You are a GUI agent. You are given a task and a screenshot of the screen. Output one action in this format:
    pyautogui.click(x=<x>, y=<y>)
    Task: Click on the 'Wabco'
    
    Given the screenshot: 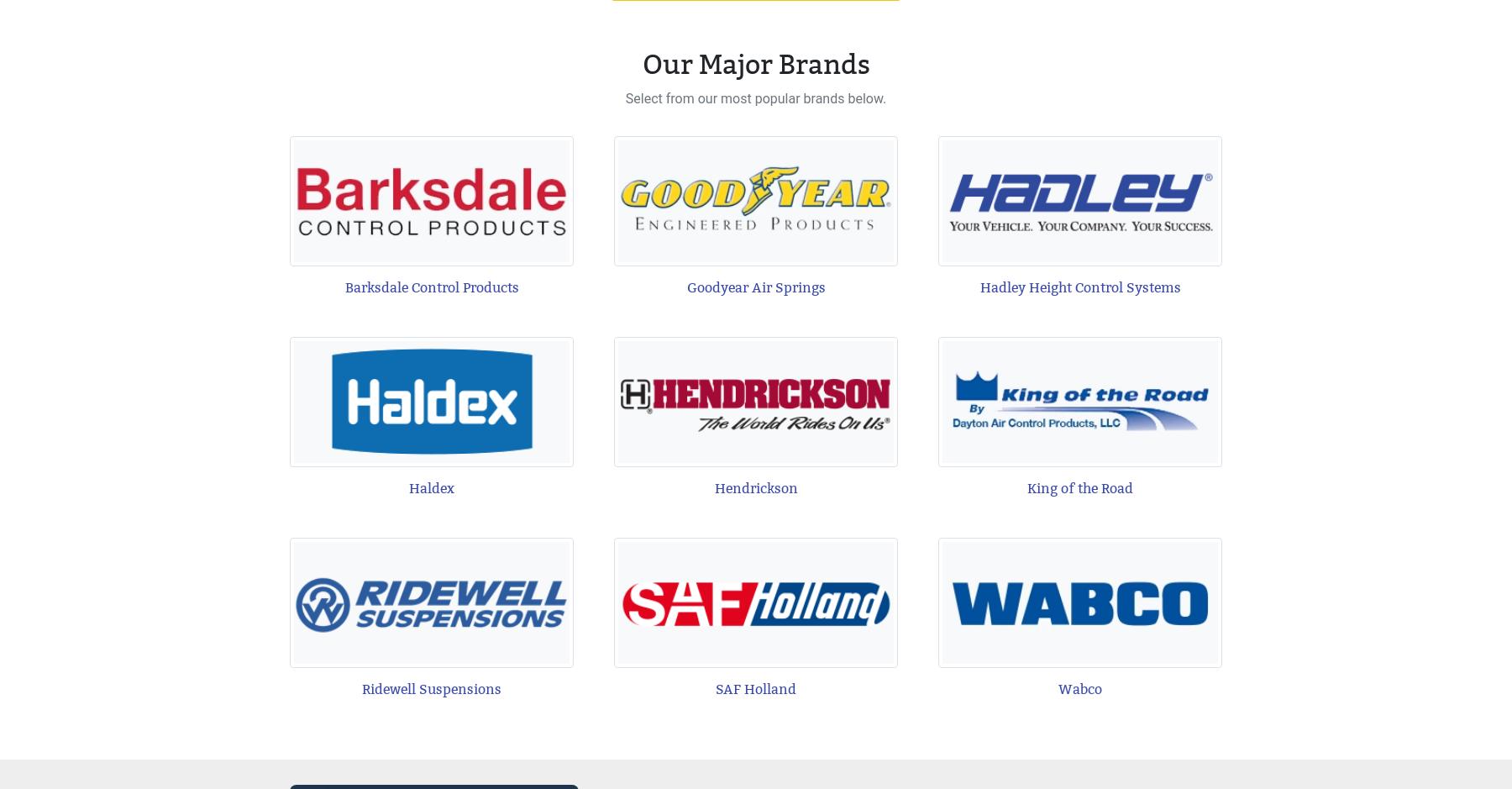 What is the action you would take?
    pyautogui.click(x=1079, y=688)
    